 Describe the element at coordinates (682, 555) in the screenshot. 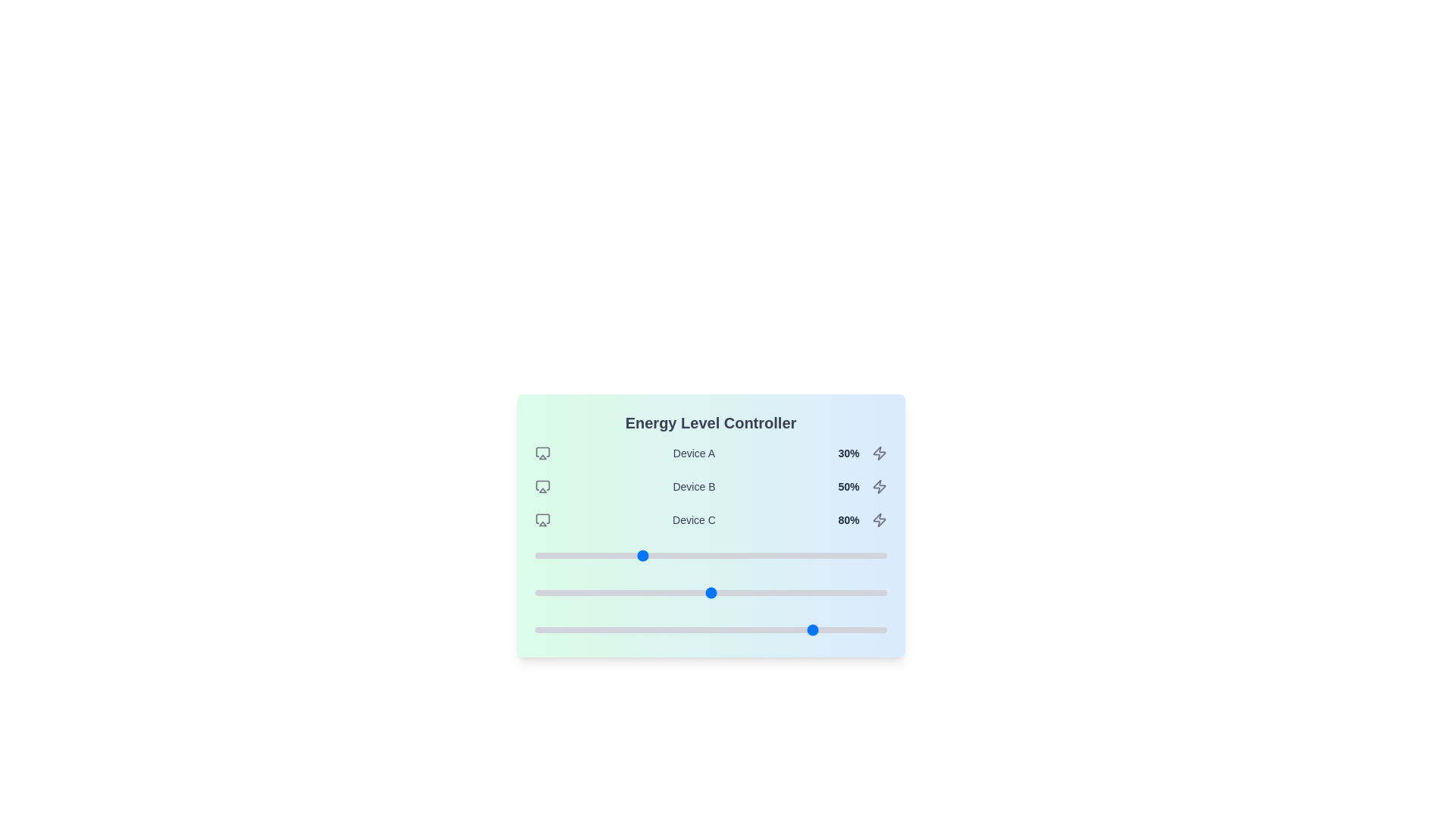

I see `the slider for Device A to set its energy level to 42%` at that location.